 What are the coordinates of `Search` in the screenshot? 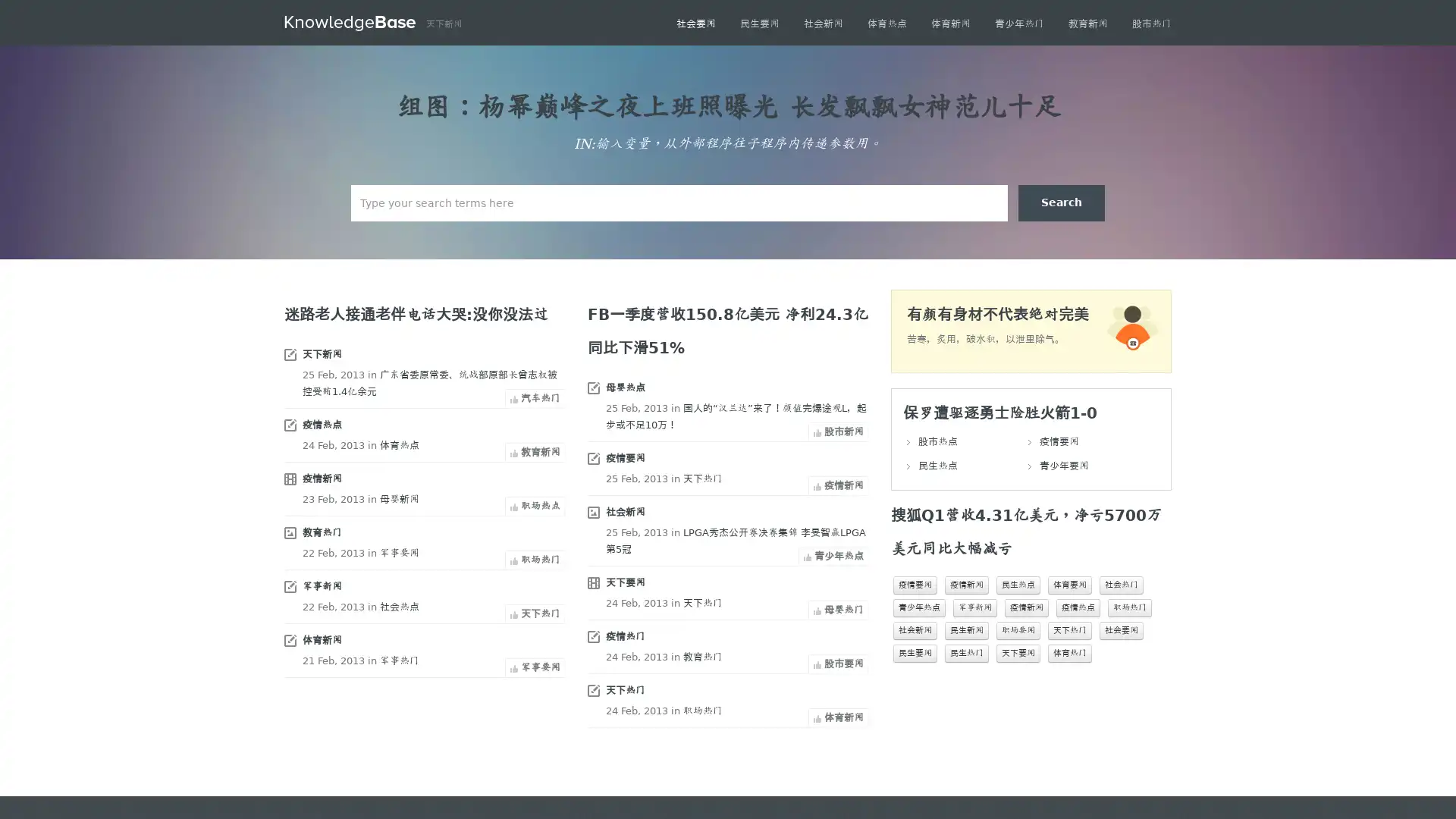 It's located at (1061, 202).